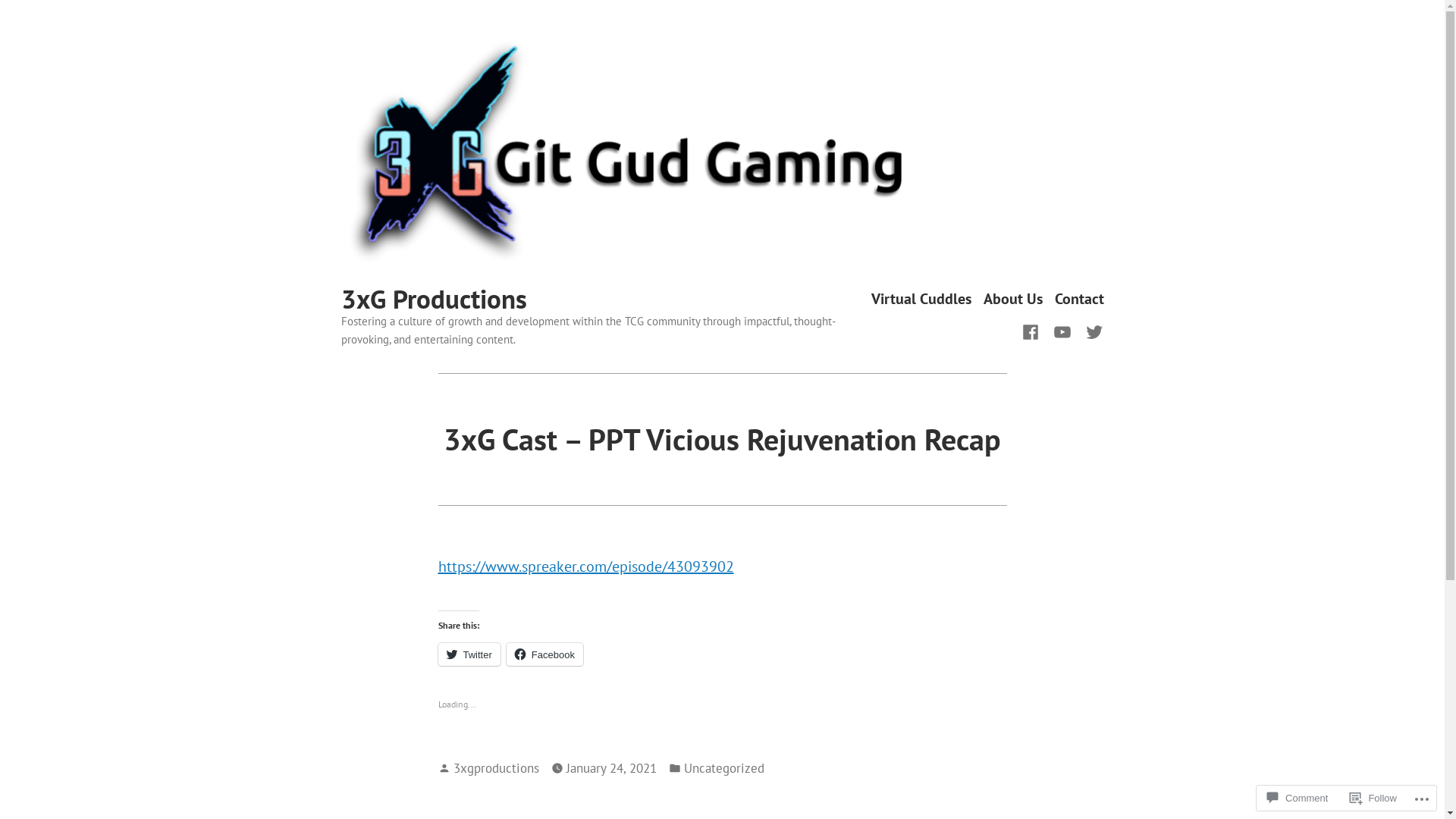 This screenshot has width=1456, height=819. What do you see at coordinates (496, 767) in the screenshot?
I see `'3xgproductions'` at bounding box center [496, 767].